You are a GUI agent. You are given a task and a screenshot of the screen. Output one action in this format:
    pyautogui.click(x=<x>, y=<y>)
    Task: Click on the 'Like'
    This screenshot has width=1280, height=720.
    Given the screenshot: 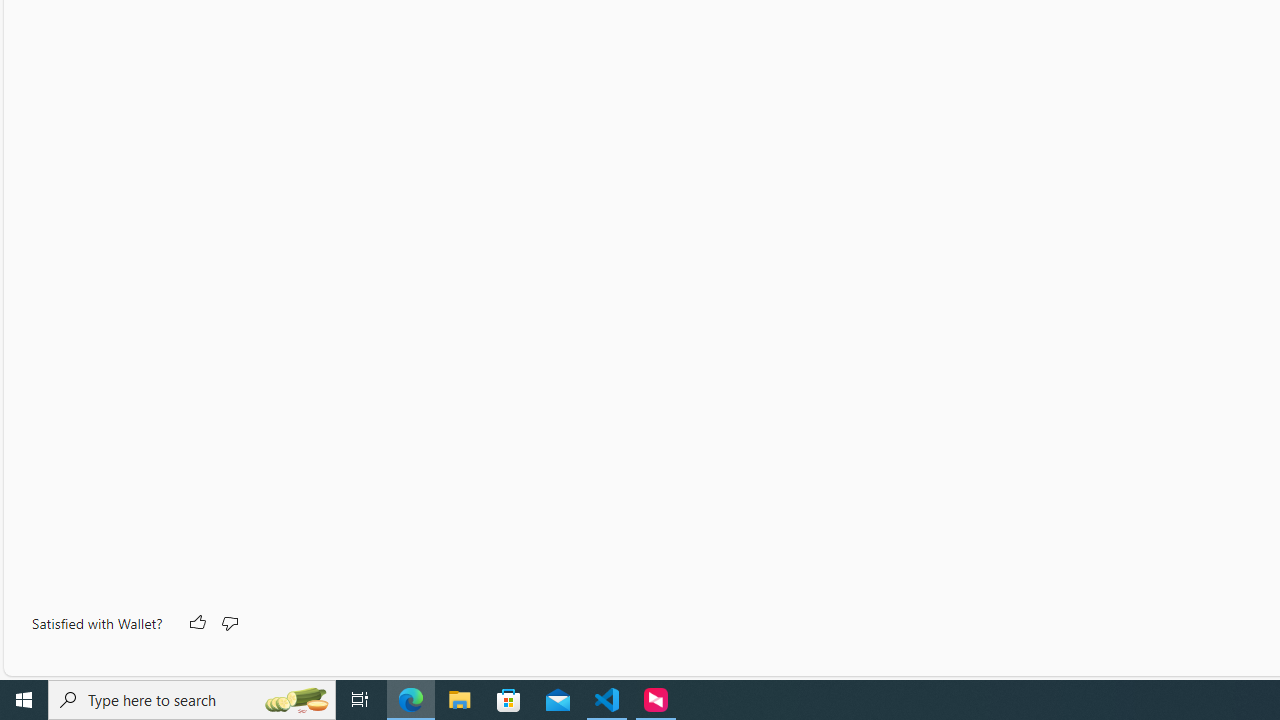 What is the action you would take?
    pyautogui.click(x=197, y=622)
    